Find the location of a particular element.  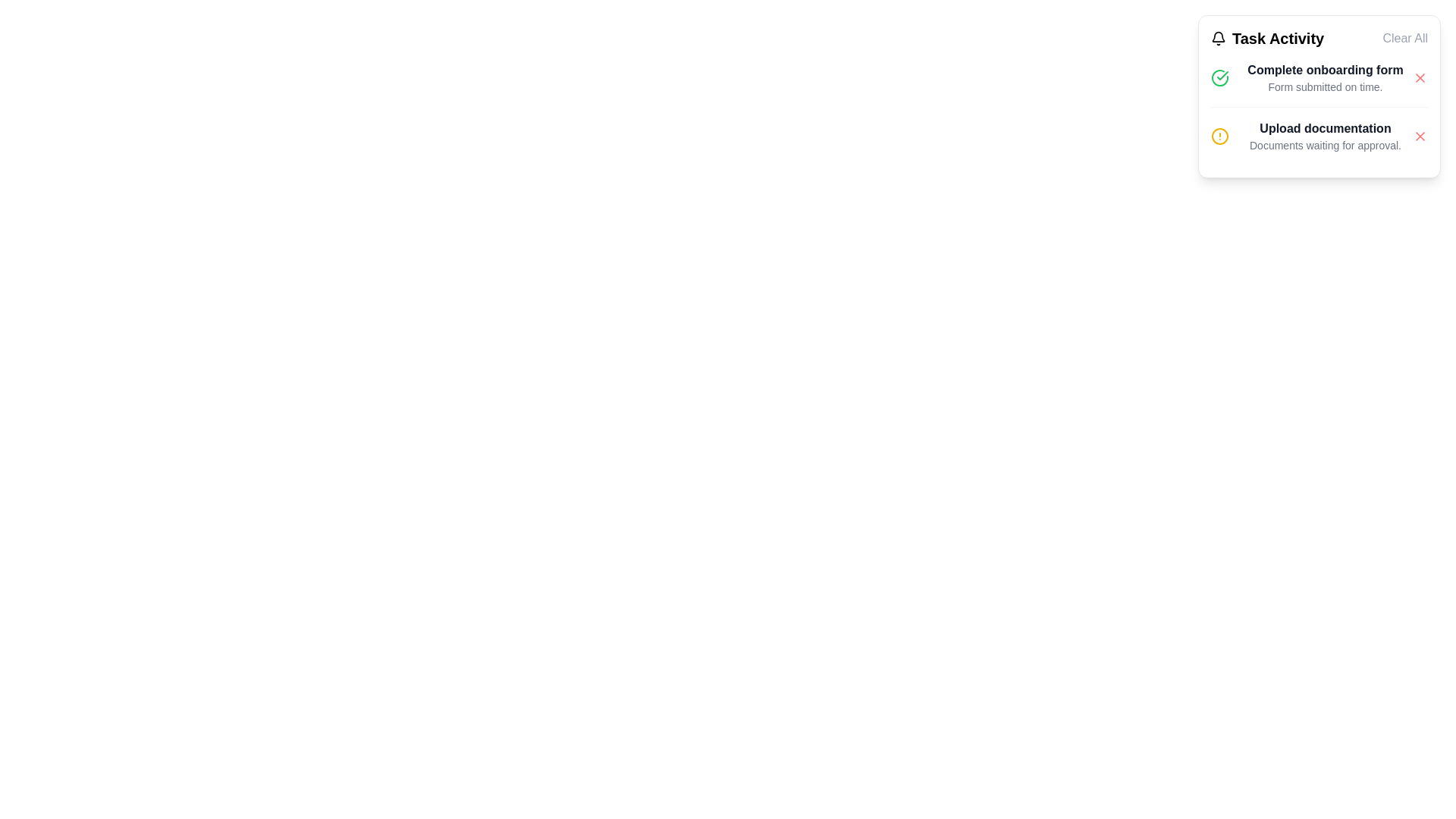

the circular green icon with a checkmark inside it, which indicates completion or success, located in the 'Task Activity' section to the left of the text 'Complete onboarding form' and 'Form submitted on time.' is located at coordinates (1219, 78).